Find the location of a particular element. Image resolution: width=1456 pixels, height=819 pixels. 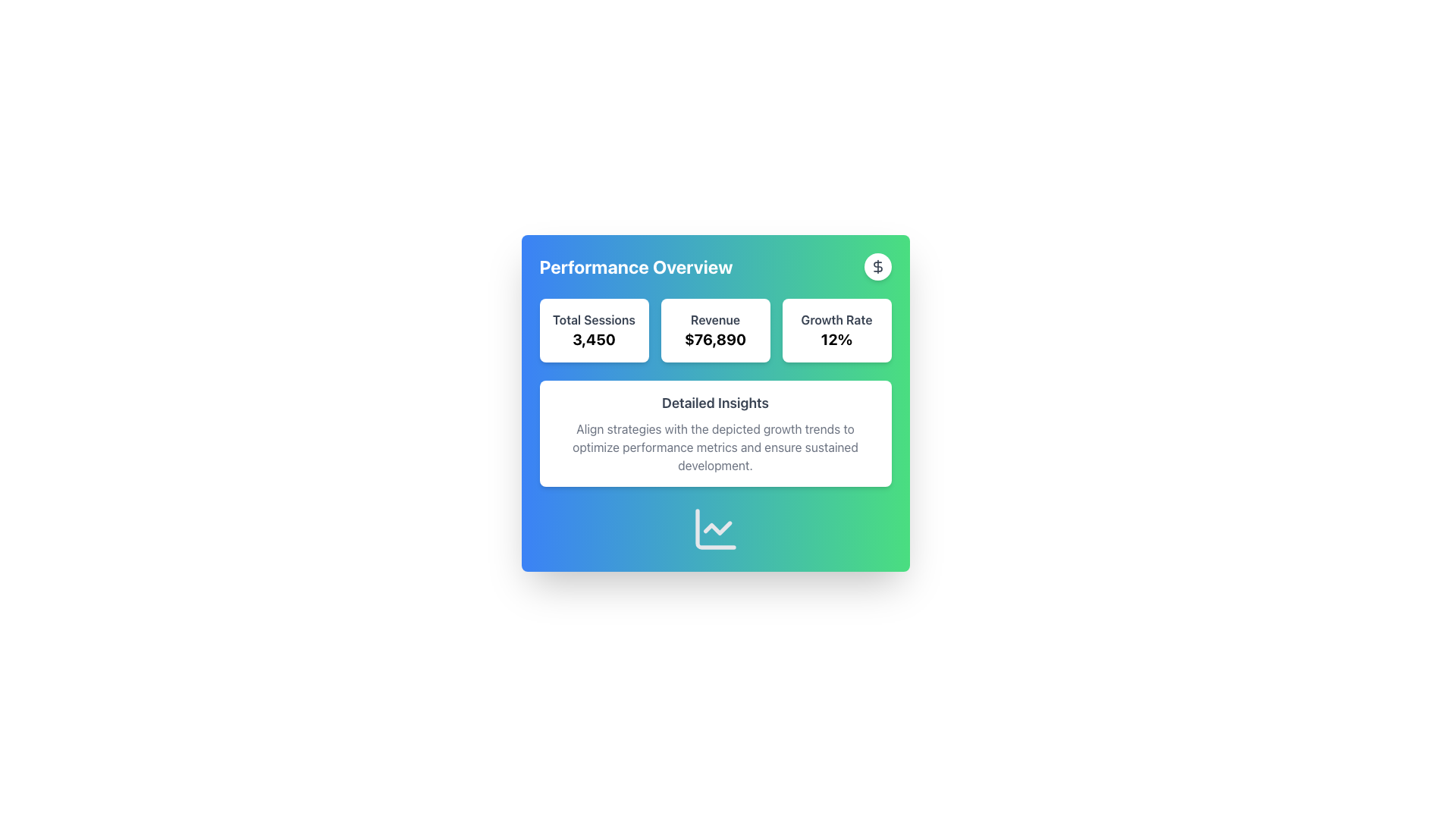

the small circular button with a white background and a gray dollar sign icon, located in the top-right corner of the 'Performance Overview' header is located at coordinates (877, 265).